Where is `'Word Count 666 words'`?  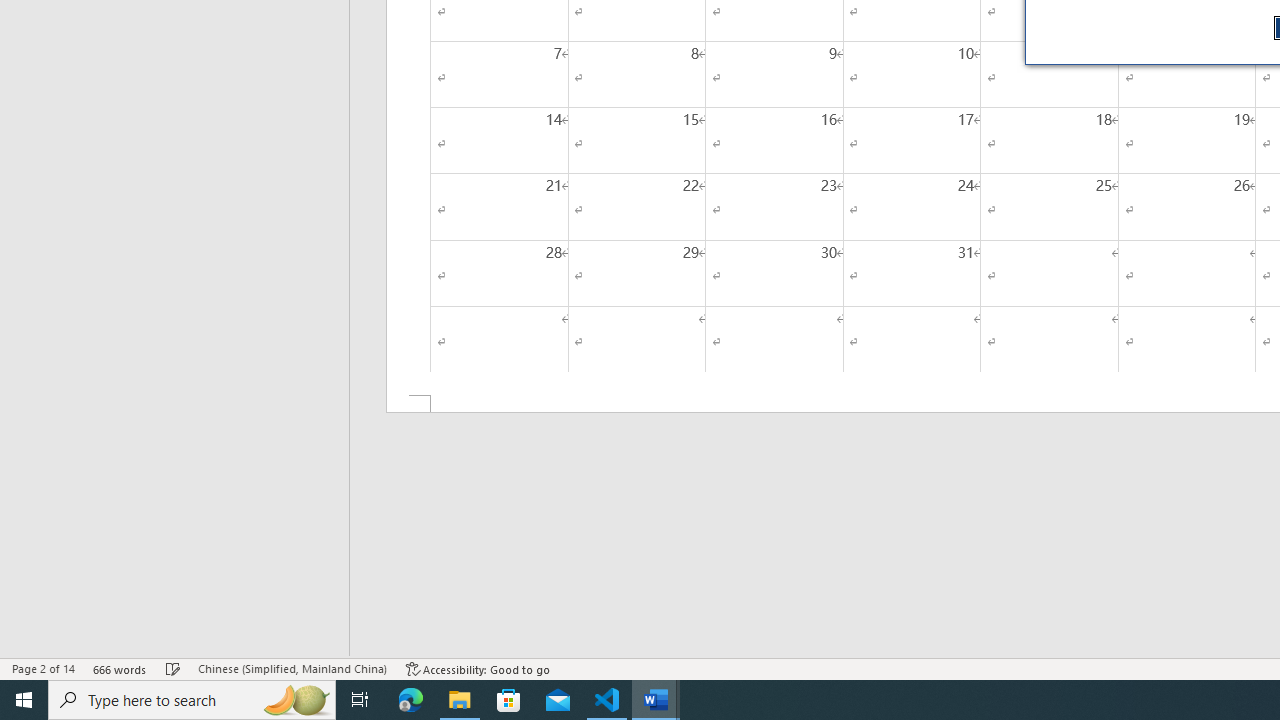 'Word Count 666 words' is located at coordinates (119, 669).